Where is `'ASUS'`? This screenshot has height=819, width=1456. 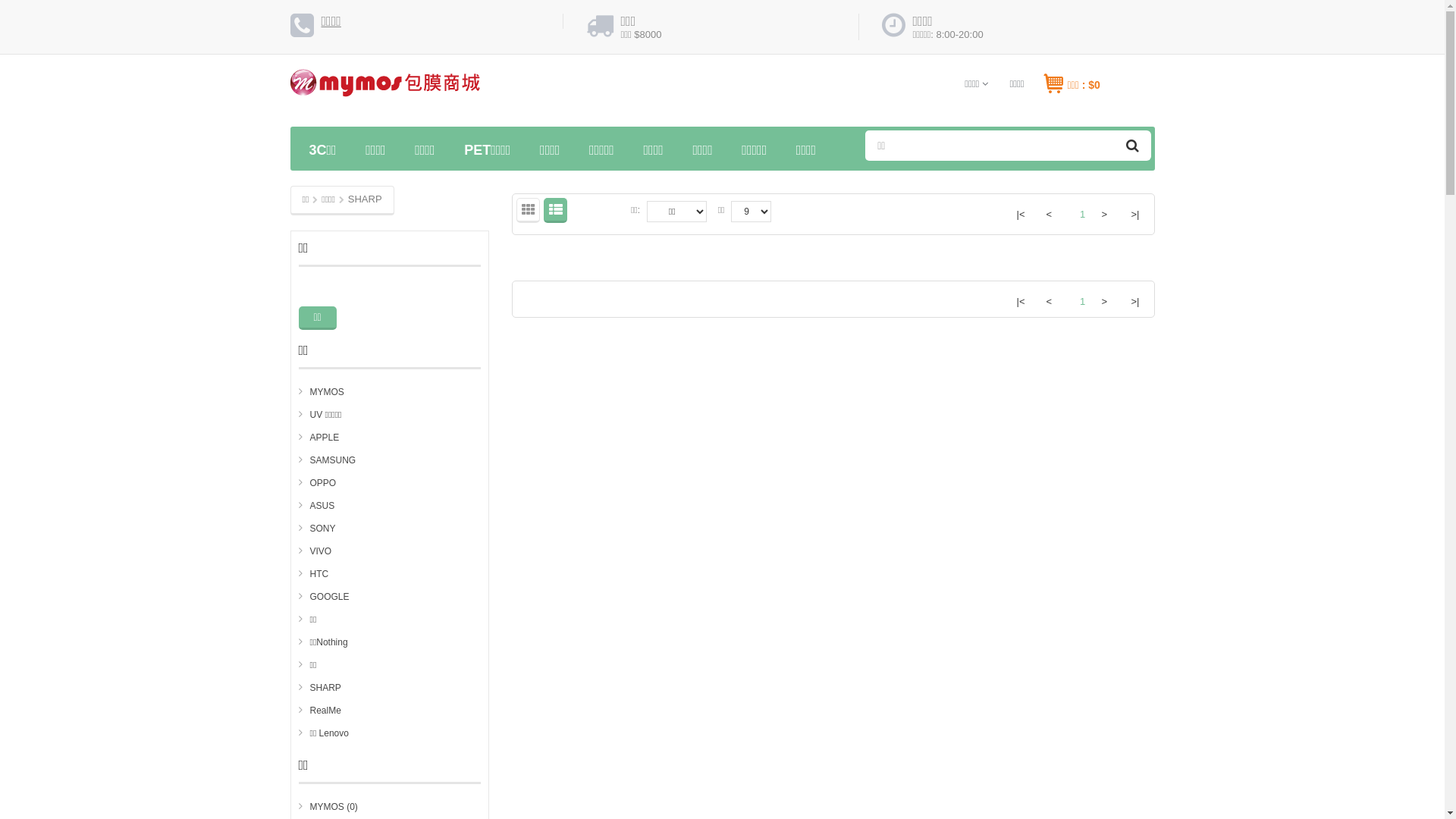
'ASUS' is located at coordinates (315, 506).